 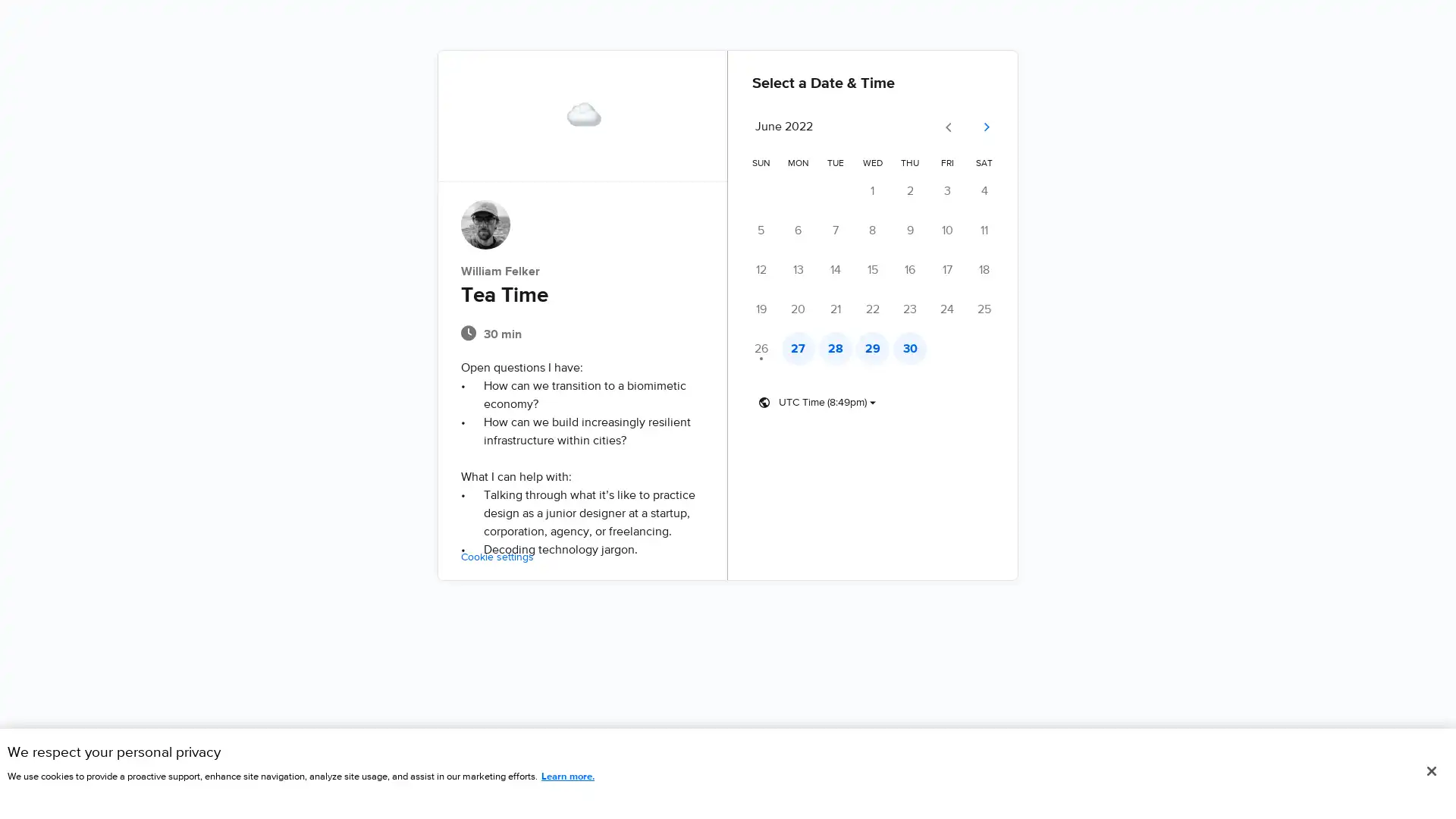 What do you see at coordinates (800, 268) in the screenshot?
I see `Monday, June 13 - No times available` at bounding box center [800, 268].